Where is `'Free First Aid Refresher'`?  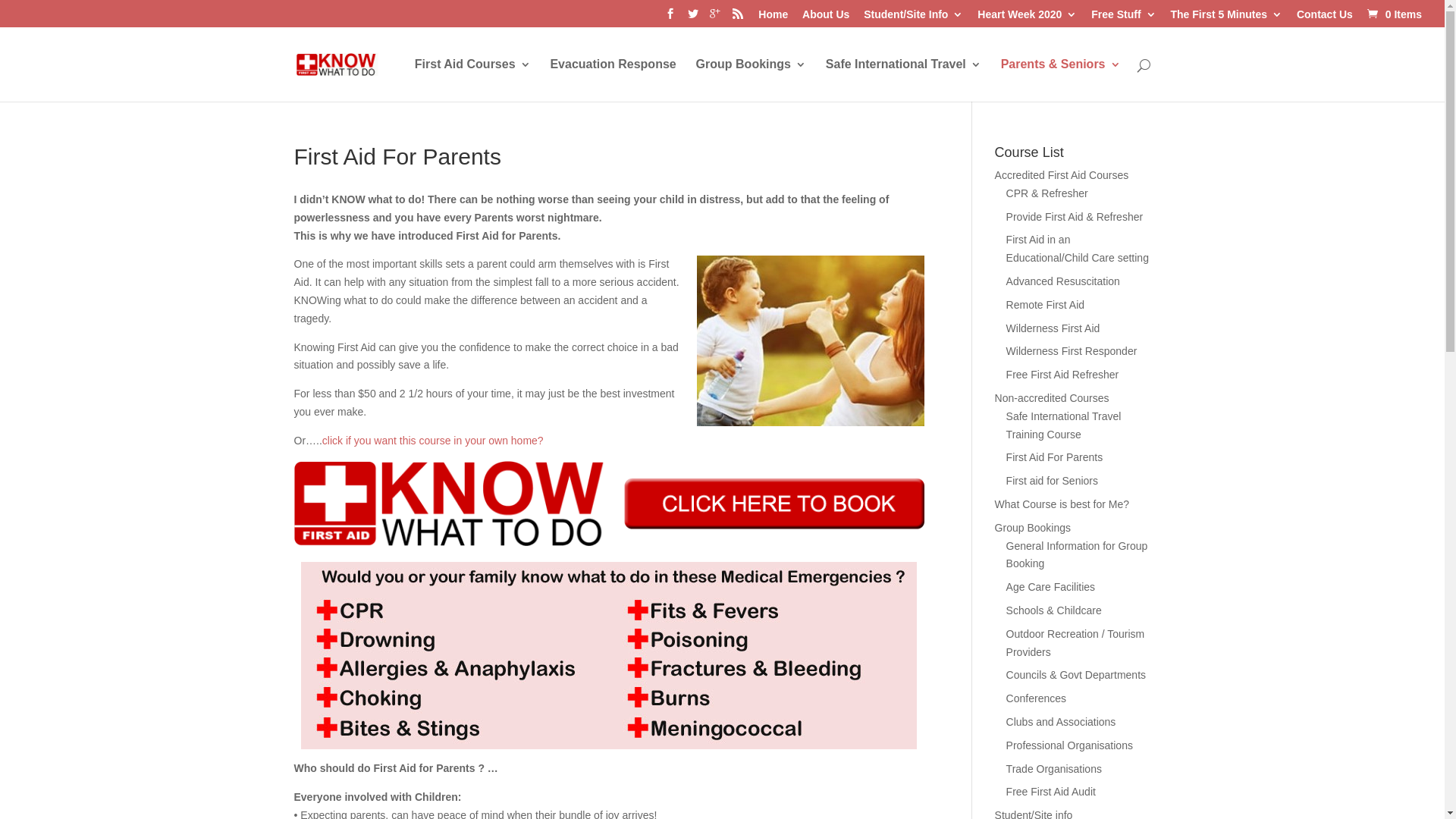
'Free First Aid Refresher' is located at coordinates (1062, 374).